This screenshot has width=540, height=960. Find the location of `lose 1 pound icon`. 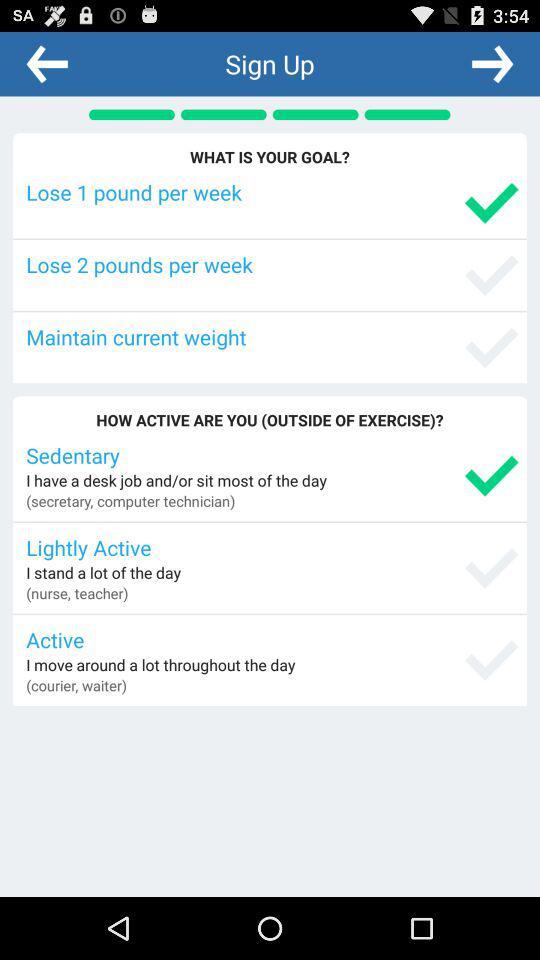

lose 1 pound icon is located at coordinates (271, 192).